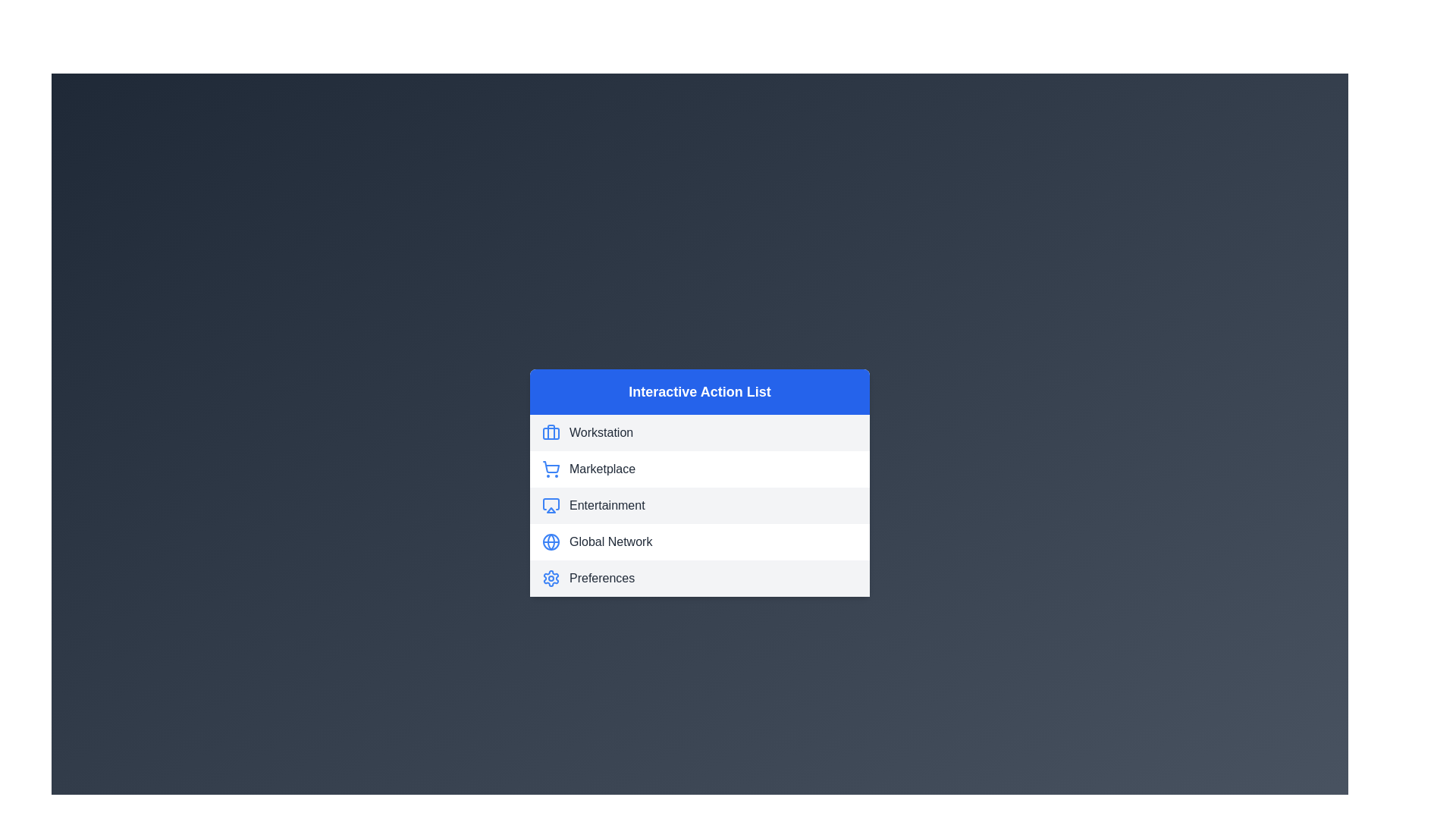 This screenshot has height=819, width=1456. What do you see at coordinates (550, 432) in the screenshot?
I see `the inner rectangular decorative part of the briefcase icon, which visually represents the 'Workstation' label and is located at the top of the menu list` at bounding box center [550, 432].